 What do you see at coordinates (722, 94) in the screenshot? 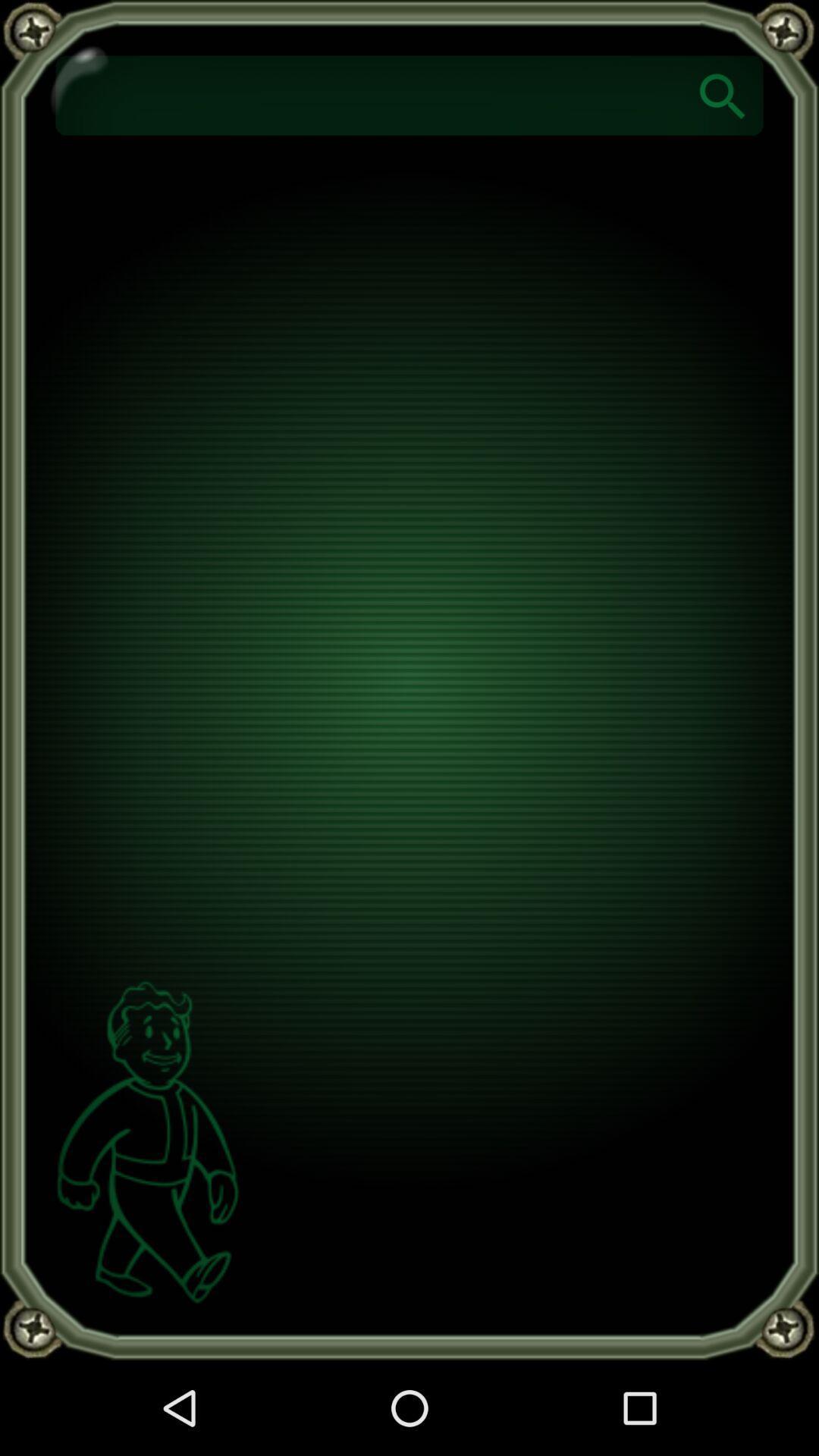
I see `the search icon` at bounding box center [722, 94].